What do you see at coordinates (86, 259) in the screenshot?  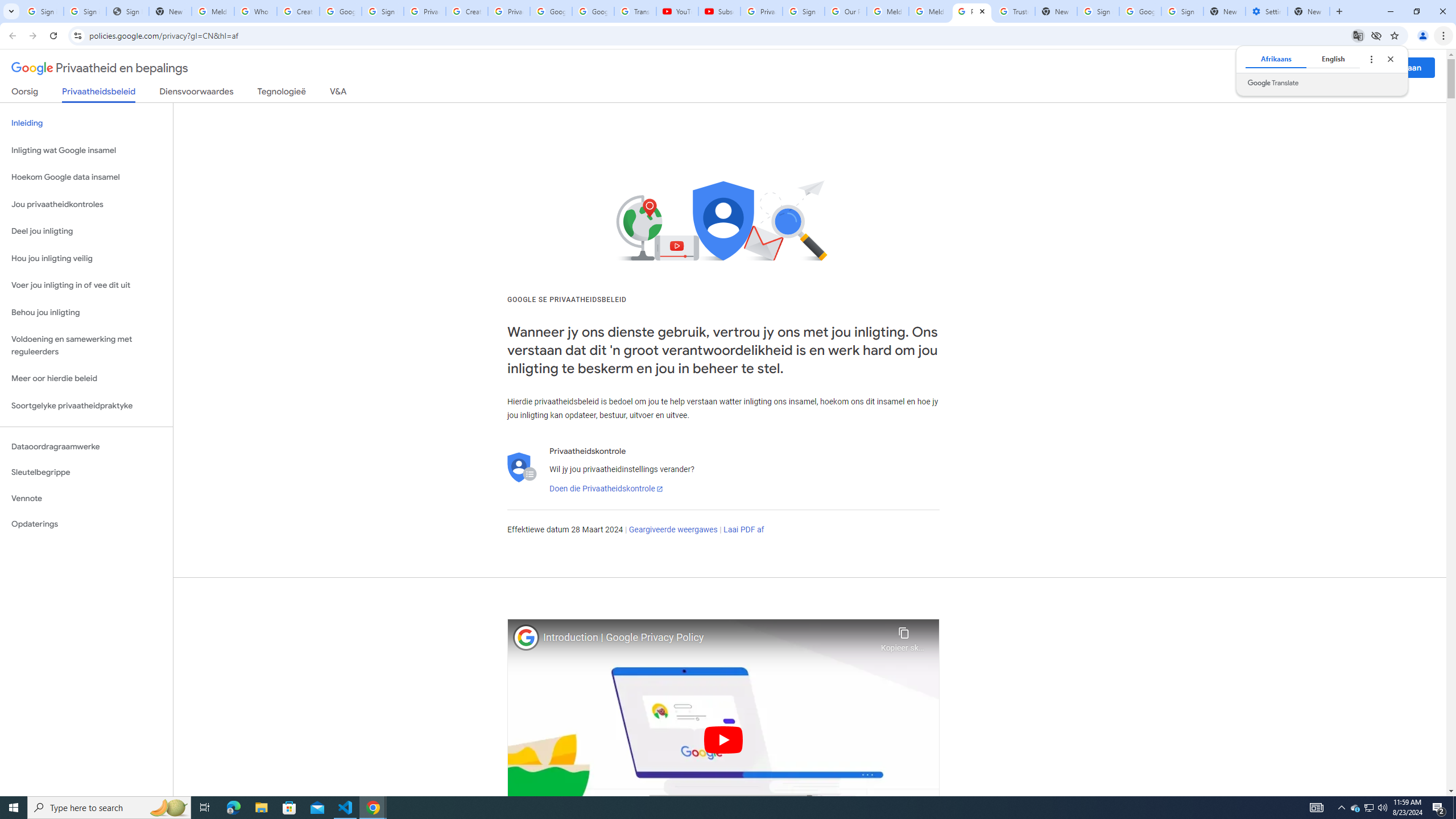 I see `'Hou jou inligting veilig'` at bounding box center [86, 259].